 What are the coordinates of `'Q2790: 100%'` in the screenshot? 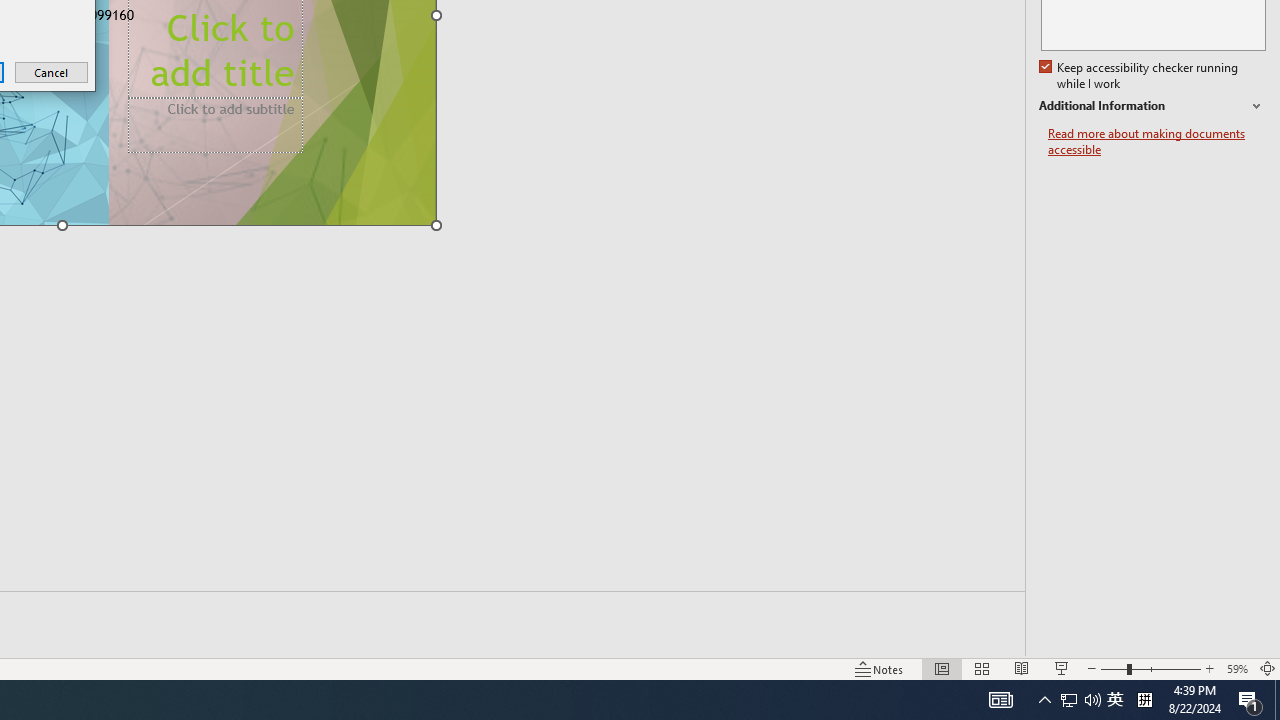 It's located at (1068, 698).